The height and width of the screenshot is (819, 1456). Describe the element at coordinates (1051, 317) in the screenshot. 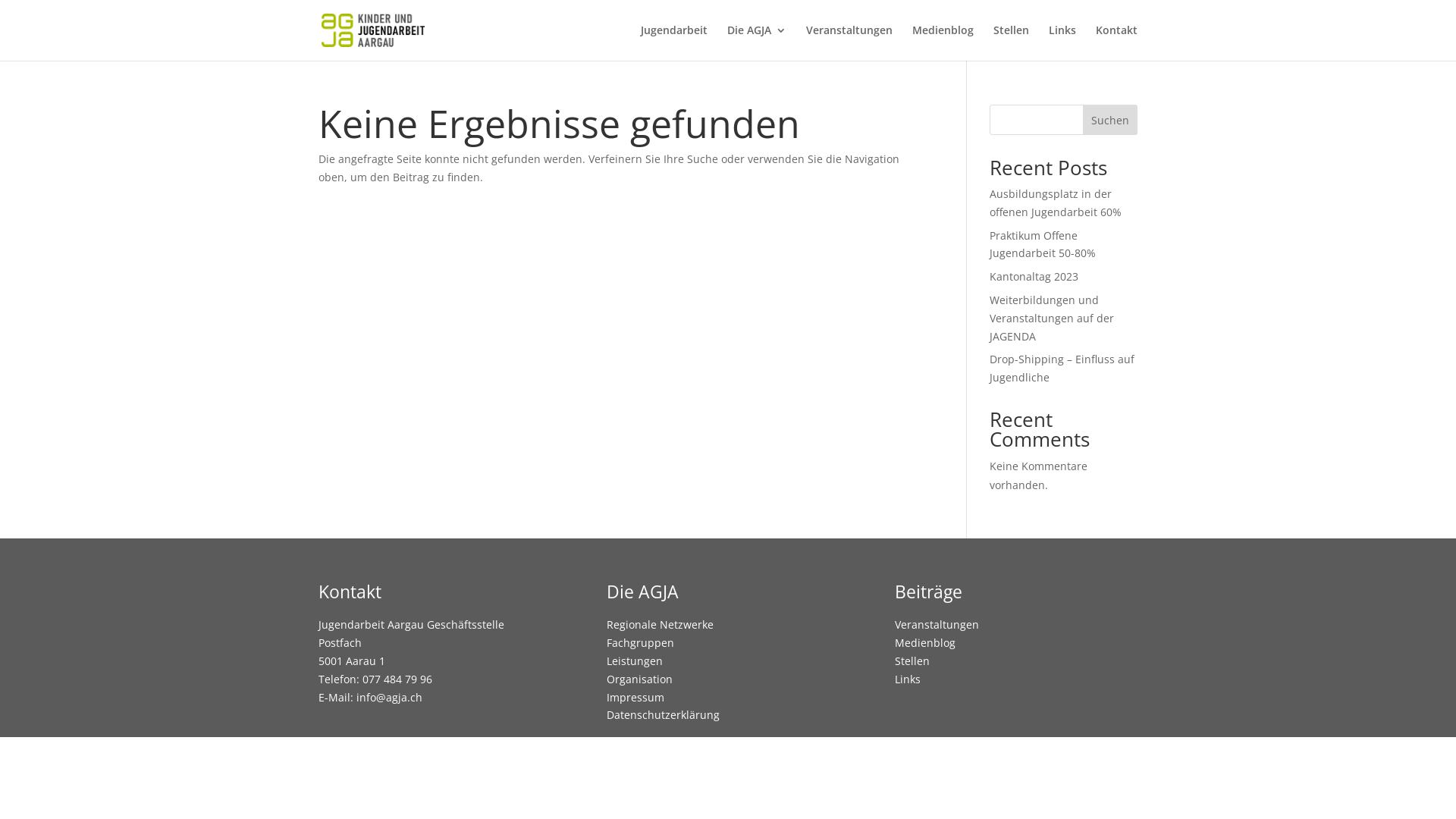

I see `'Weiterbildungen und Veranstaltungen auf der JAGENDA'` at that location.